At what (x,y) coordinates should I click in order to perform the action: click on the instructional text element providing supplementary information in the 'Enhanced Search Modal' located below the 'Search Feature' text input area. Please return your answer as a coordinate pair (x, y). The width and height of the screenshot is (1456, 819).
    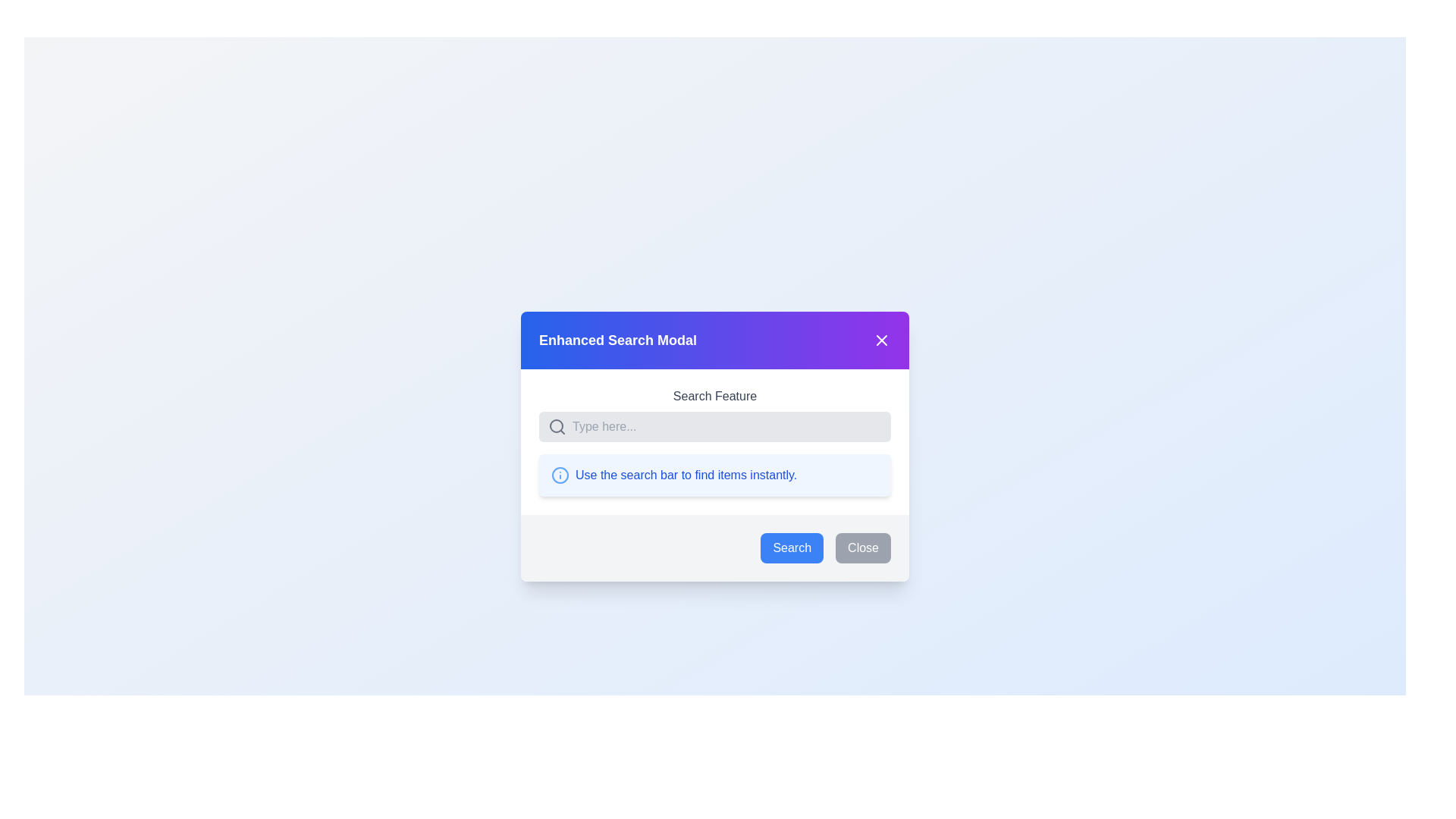
    Looking at the image, I should click on (714, 475).